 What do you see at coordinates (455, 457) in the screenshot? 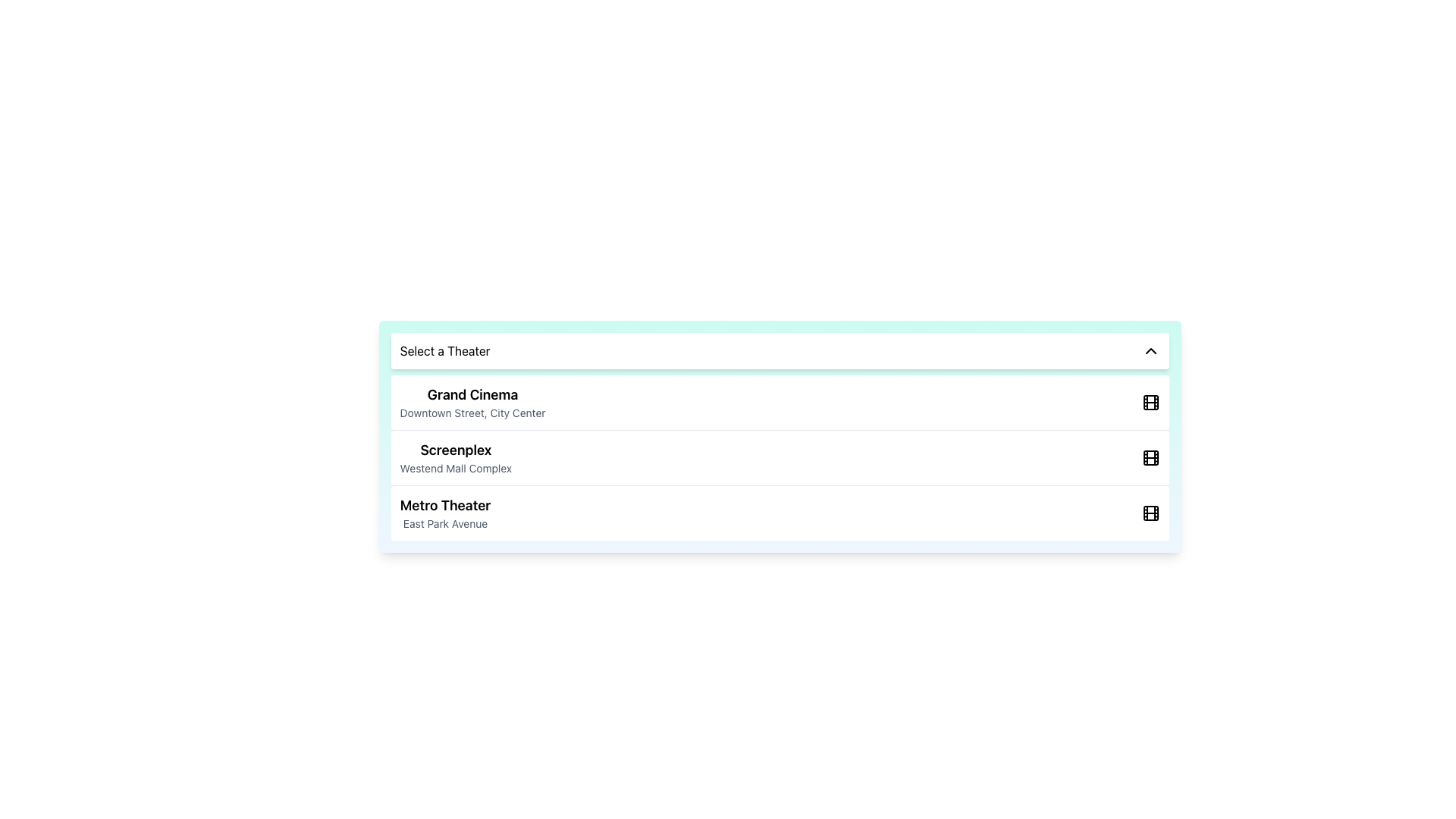
I see `the text label that displays 'Screenplex' in bold font and 'Westend Mall Complex' in smaller gray font, located between 'Grand Cinema' and 'Metro Theater'` at bounding box center [455, 457].